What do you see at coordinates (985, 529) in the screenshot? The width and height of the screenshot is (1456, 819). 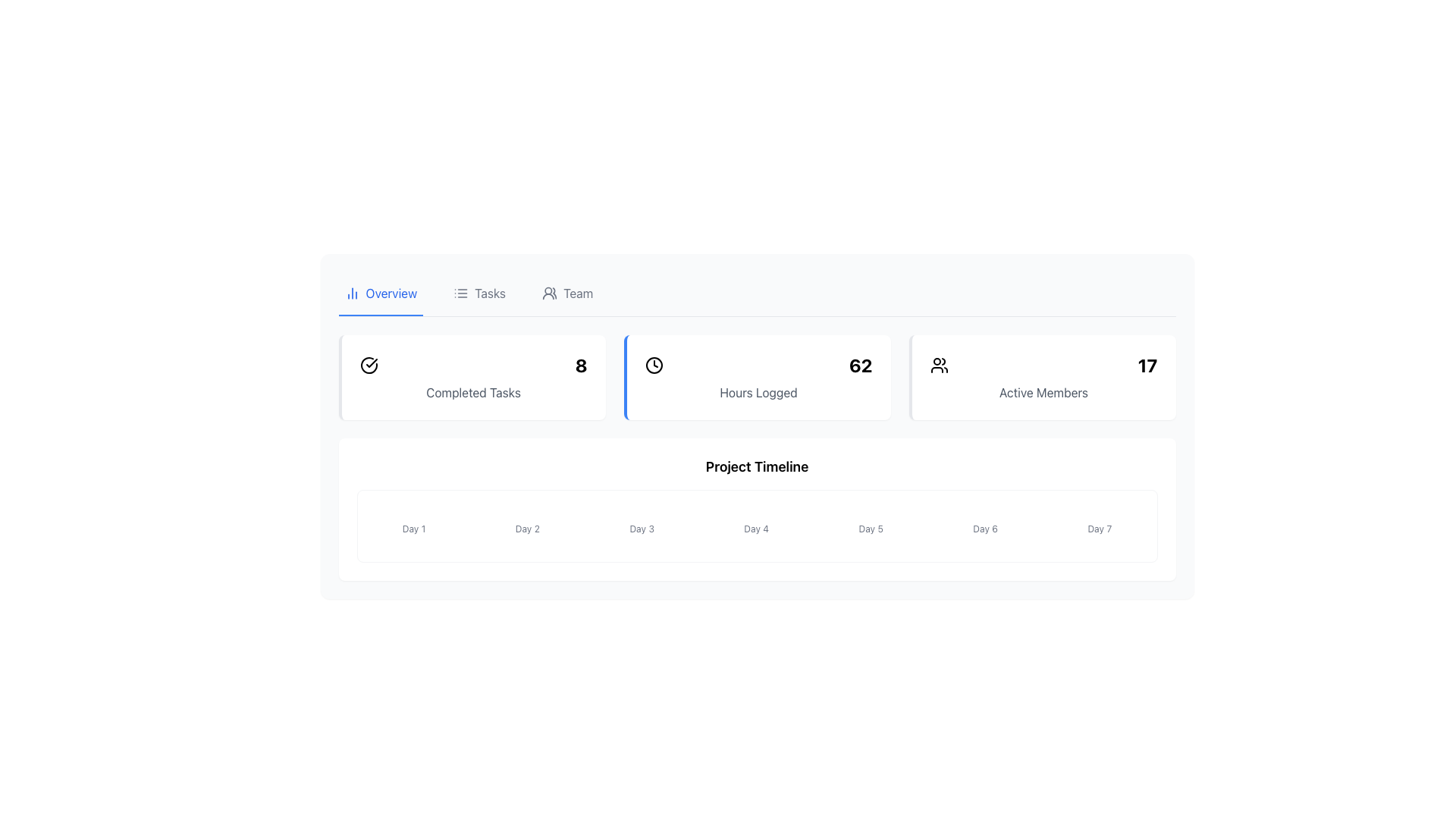 I see `the Text label for Day 6 in the Project Timeline section, which is positioned between 'Day 5' and 'Day 7' labels` at bounding box center [985, 529].